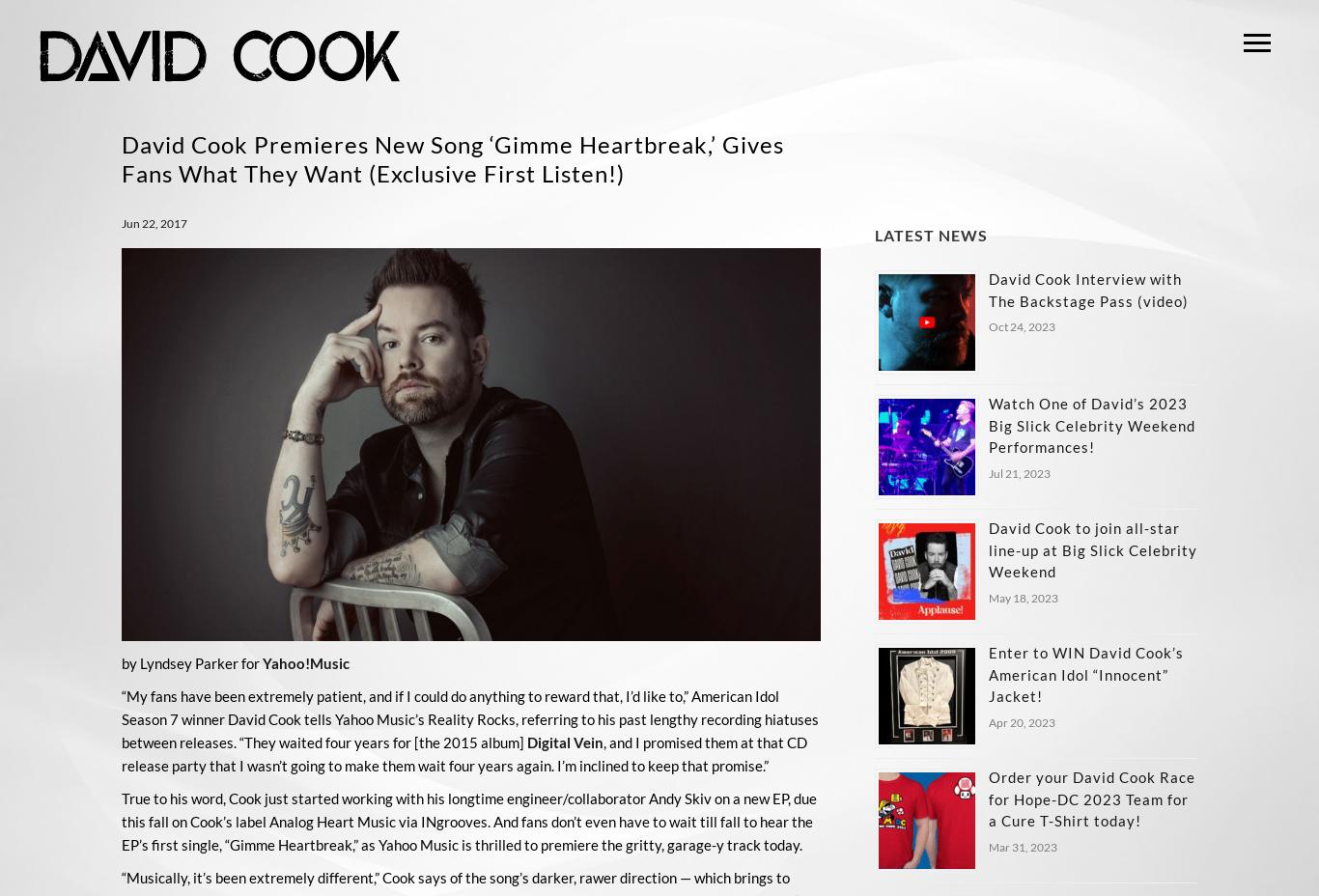 This screenshot has width=1319, height=896. What do you see at coordinates (564, 741) in the screenshot?
I see `'Digital Vein'` at bounding box center [564, 741].